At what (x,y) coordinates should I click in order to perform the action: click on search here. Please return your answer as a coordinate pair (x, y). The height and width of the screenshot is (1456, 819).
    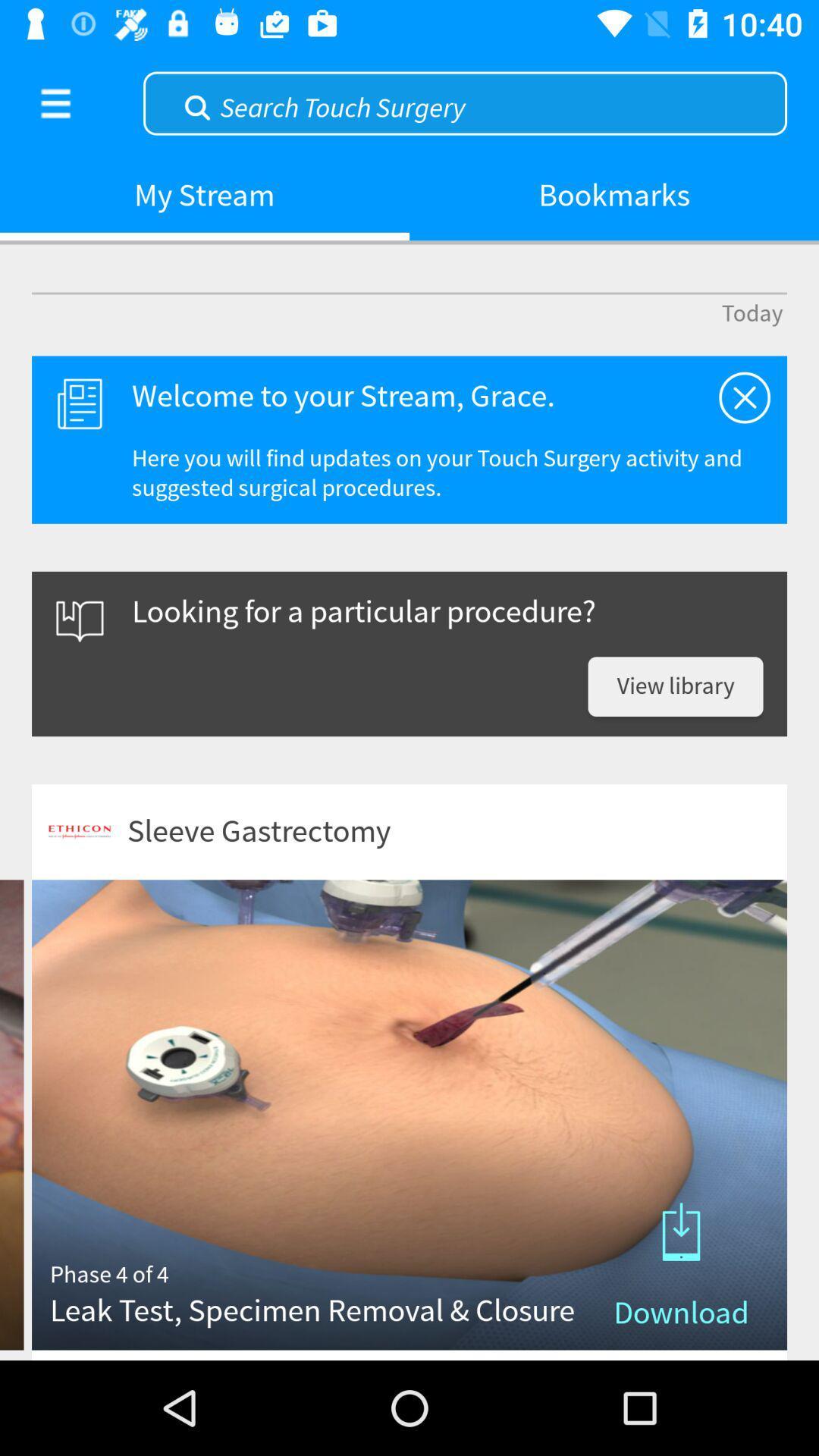
    Looking at the image, I should click on (464, 101).